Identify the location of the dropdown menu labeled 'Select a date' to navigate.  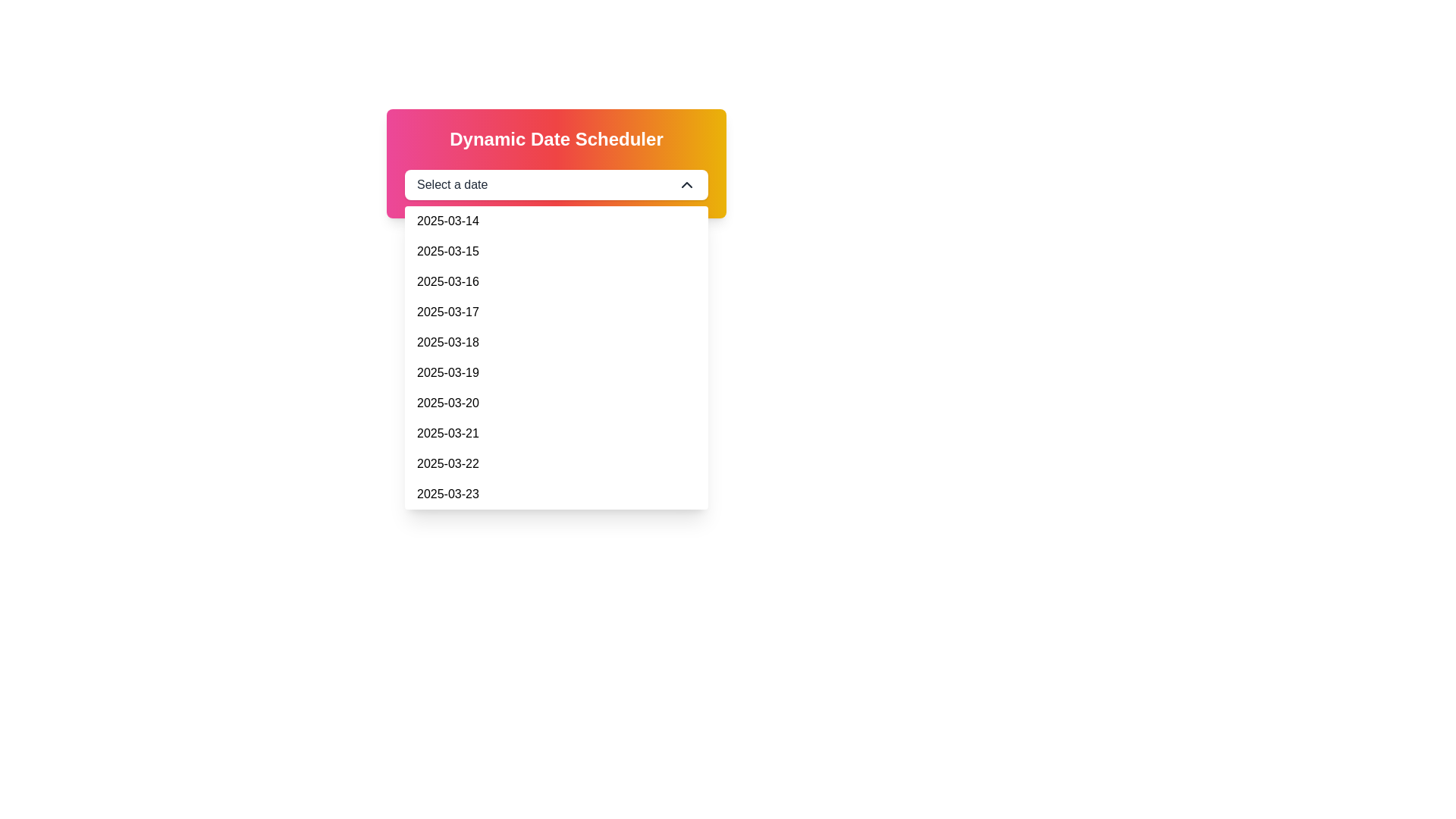
(556, 184).